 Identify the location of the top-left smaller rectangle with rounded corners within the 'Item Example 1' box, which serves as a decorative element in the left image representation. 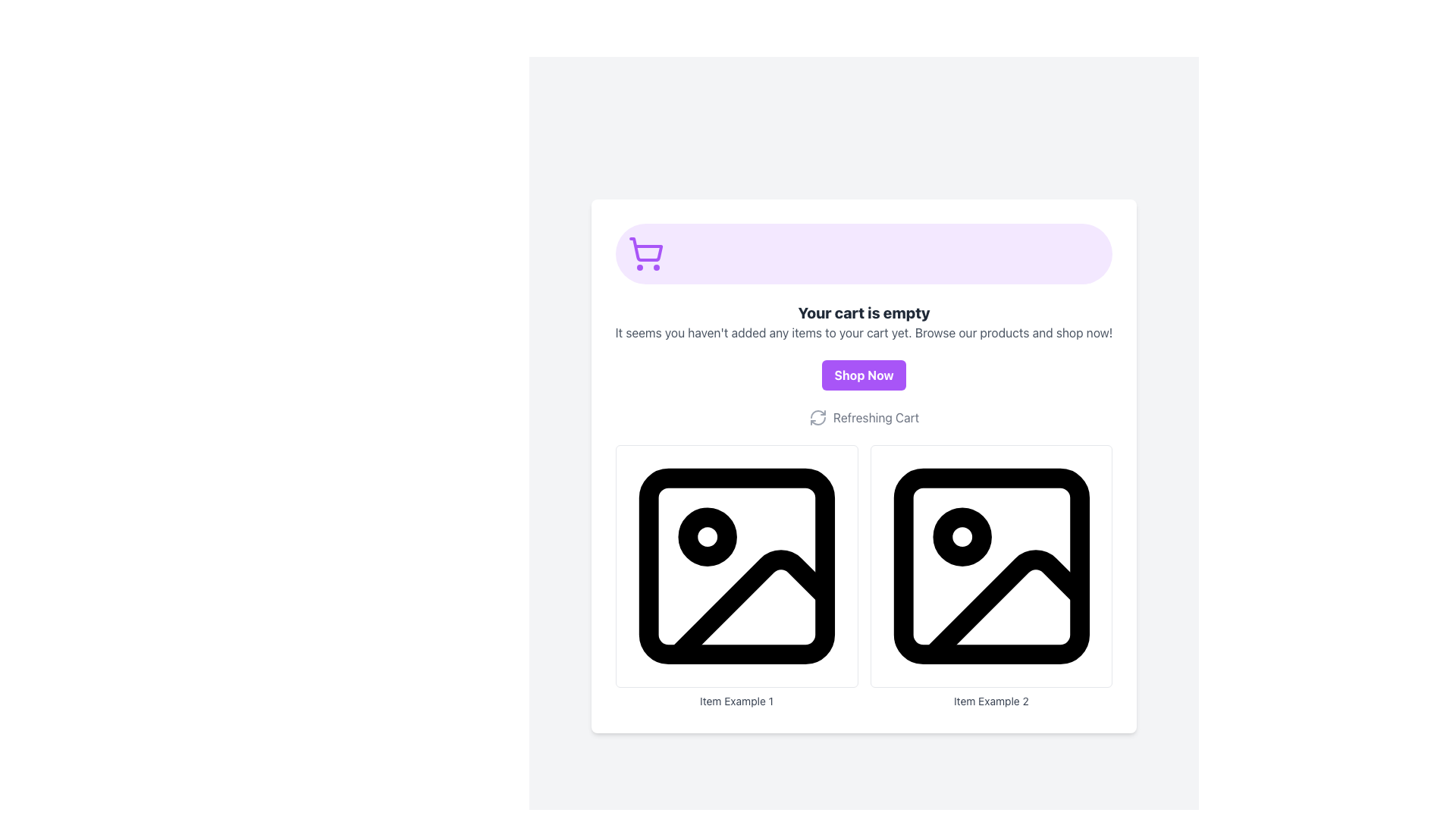
(736, 566).